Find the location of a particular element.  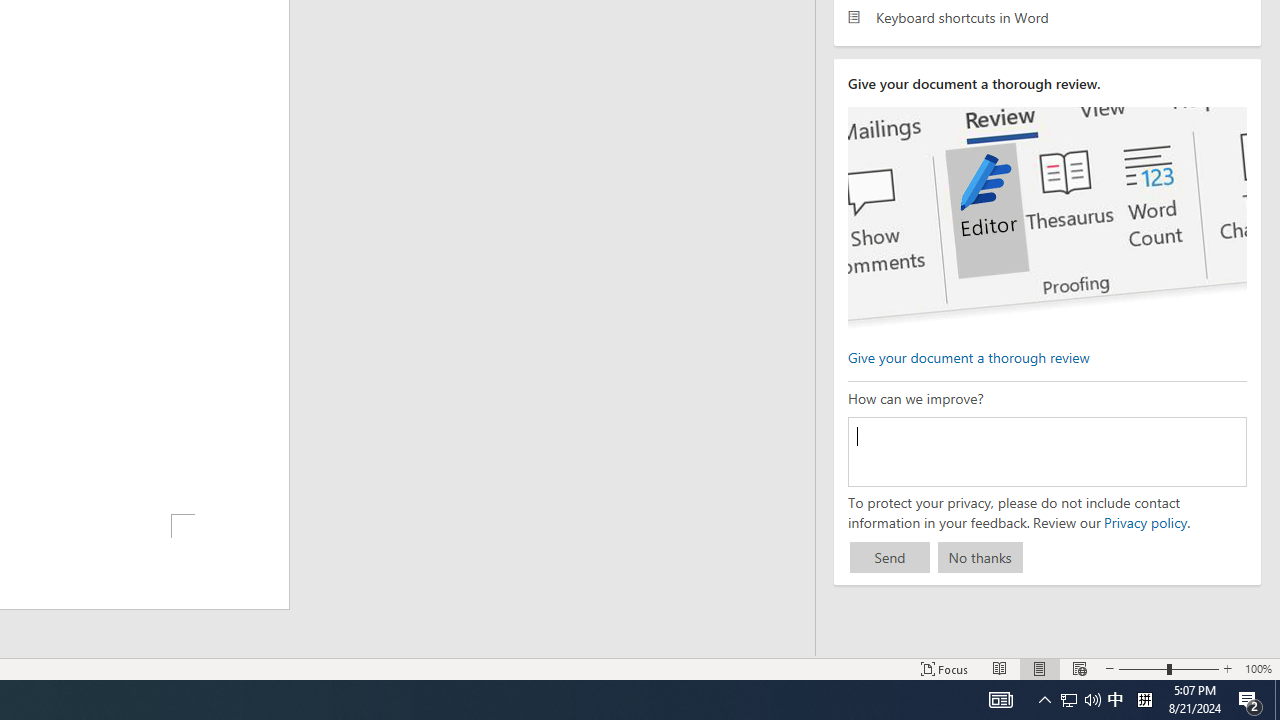

'Zoom Out' is located at coordinates (1143, 669).